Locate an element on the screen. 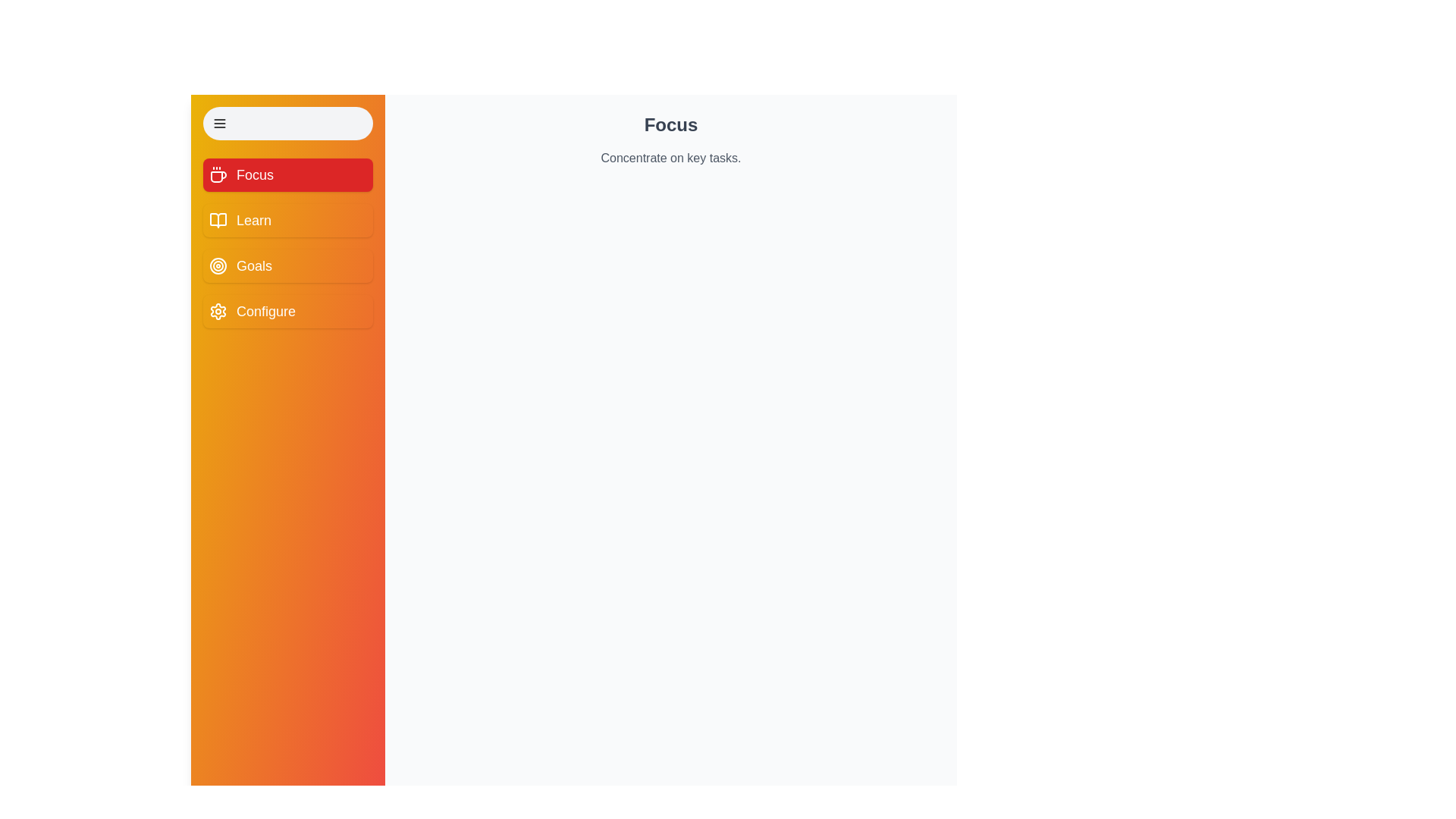 Image resolution: width=1456 pixels, height=819 pixels. the menu item Learn to display its content is located at coordinates (287, 220).